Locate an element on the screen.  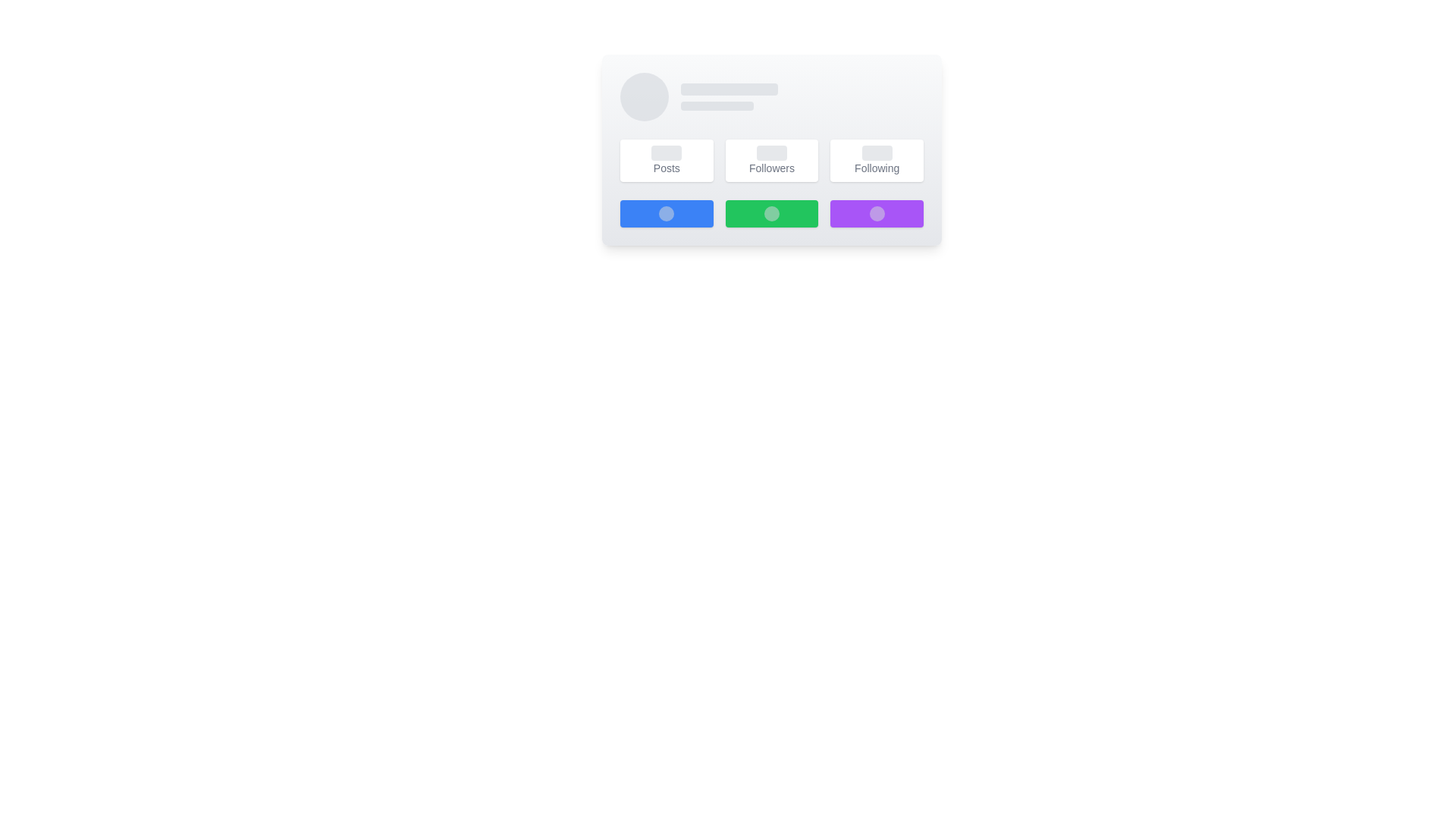
the third button in the horizontal group of buttons related to 'Following' is located at coordinates (877, 213).